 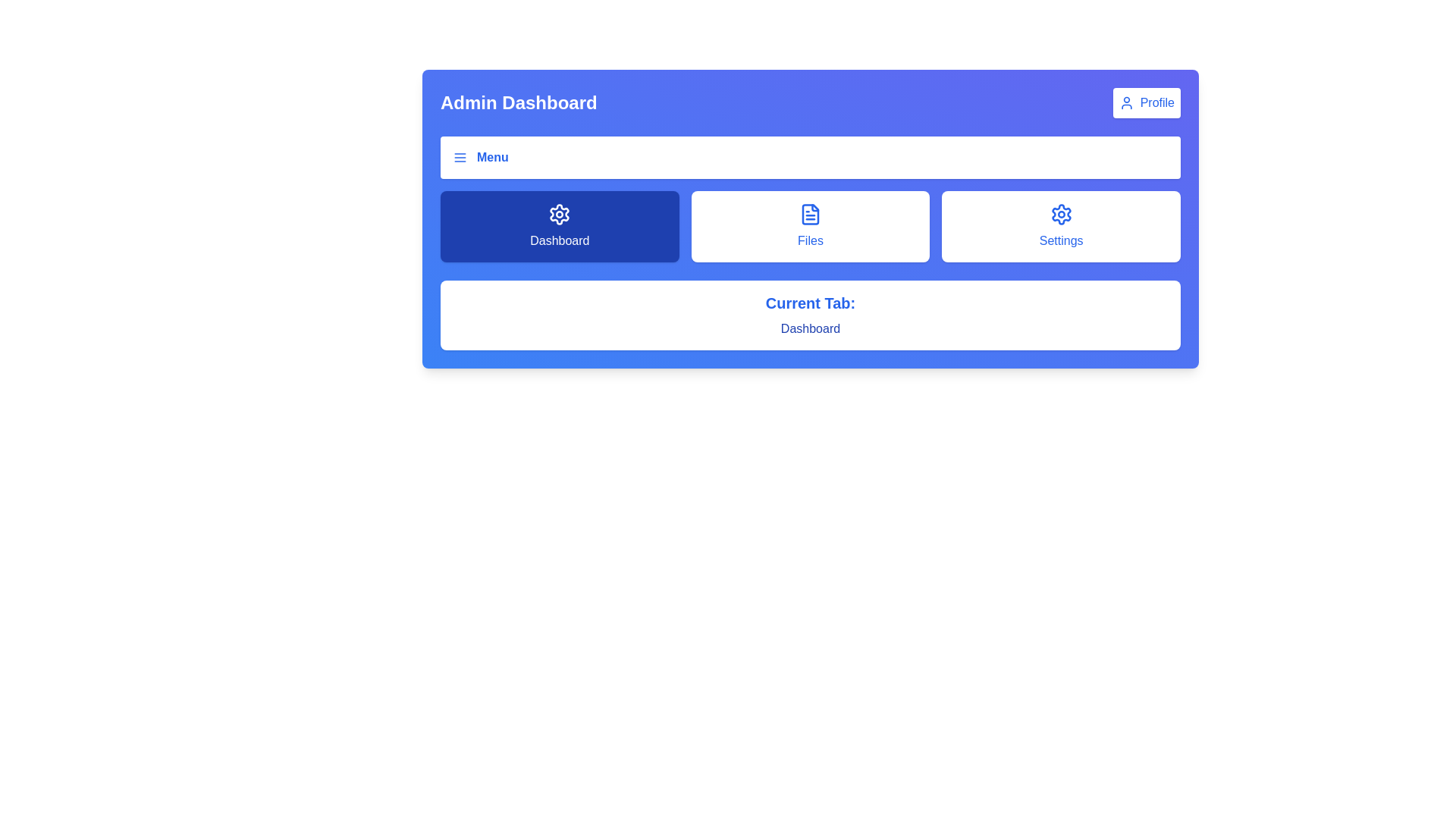 What do you see at coordinates (810, 227) in the screenshot?
I see `the navigation button for accessing the 'Files' section, which is the second item in a row of three options located centrally between the 'Dashboard' card and the 'Settings' card` at bounding box center [810, 227].